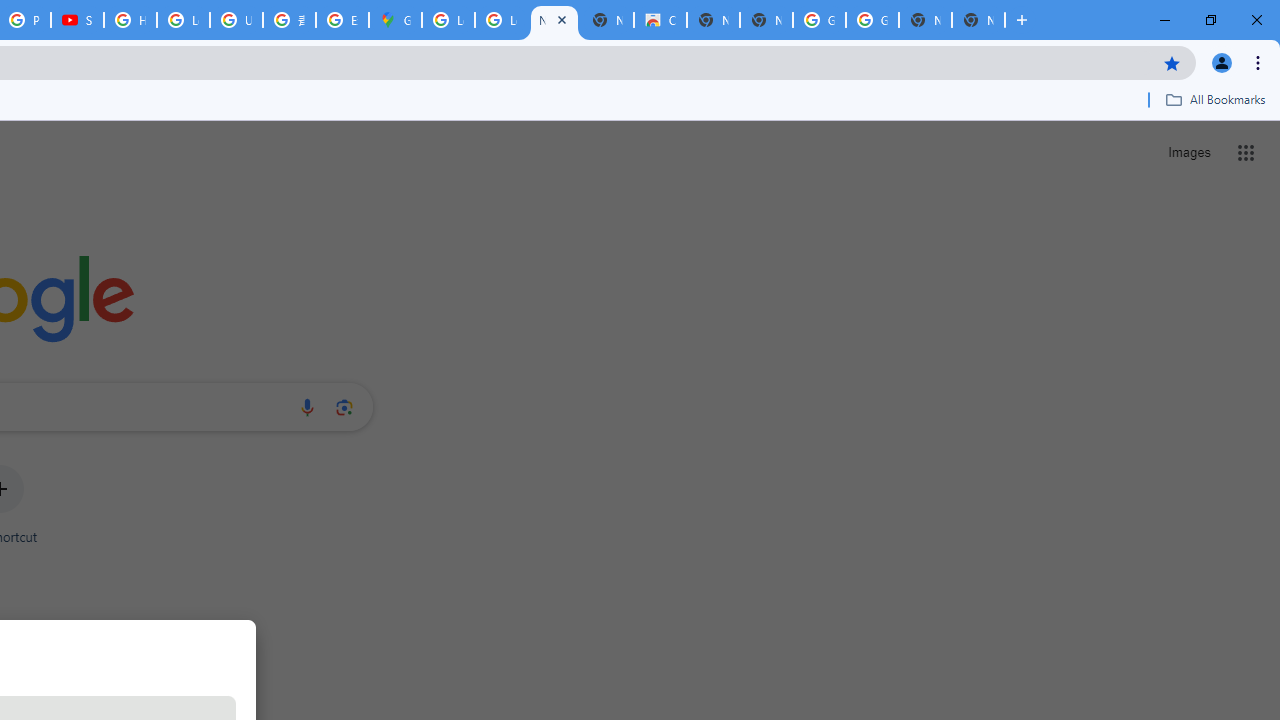 This screenshot has width=1280, height=720. What do you see at coordinates (129, 20) in the screenshot?
I see `'How Chrome protects your passwords - Google Chrome Help'` at bounding box center [129, 20].